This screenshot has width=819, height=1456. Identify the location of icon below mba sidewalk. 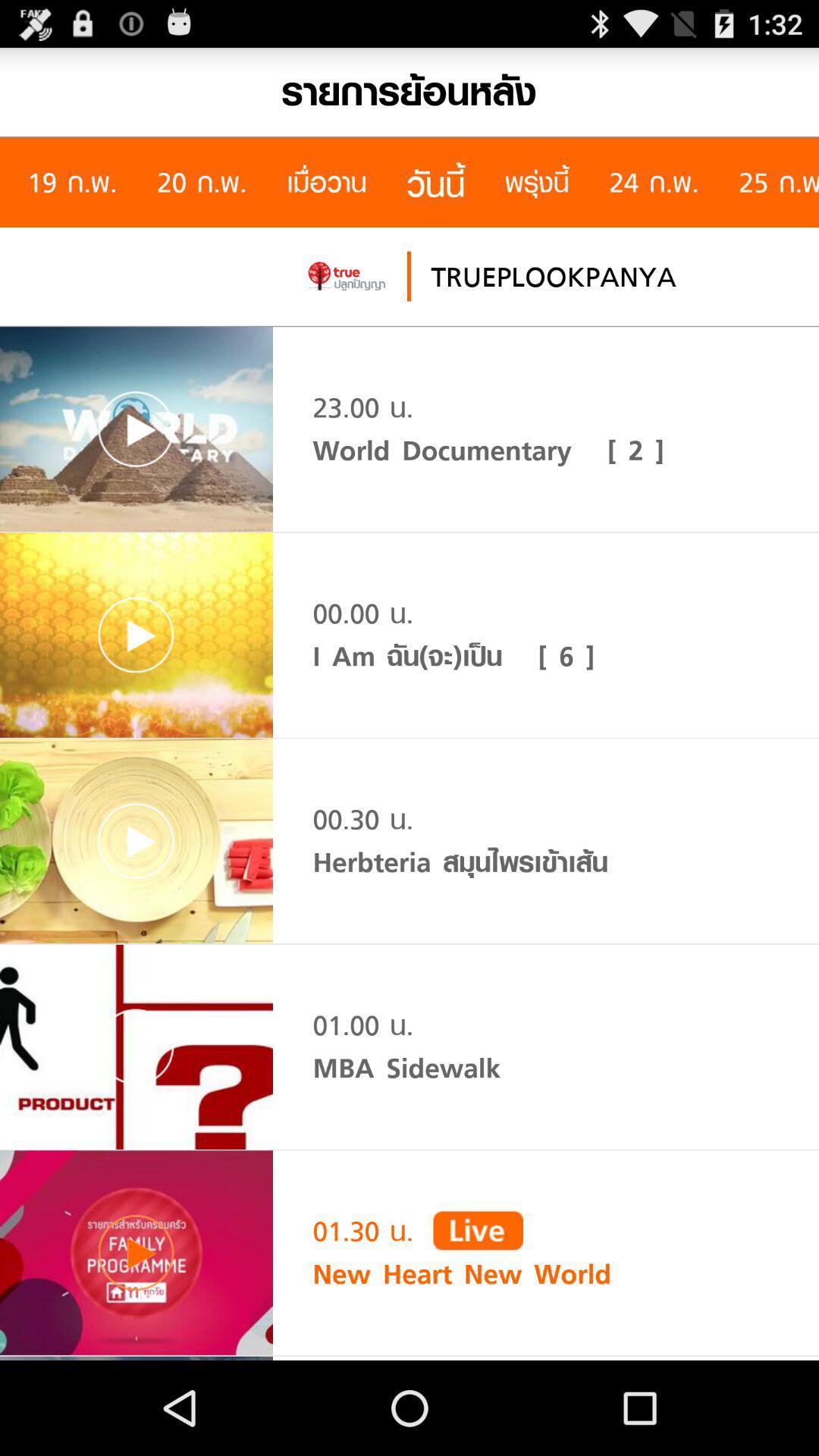
(478, 1230).